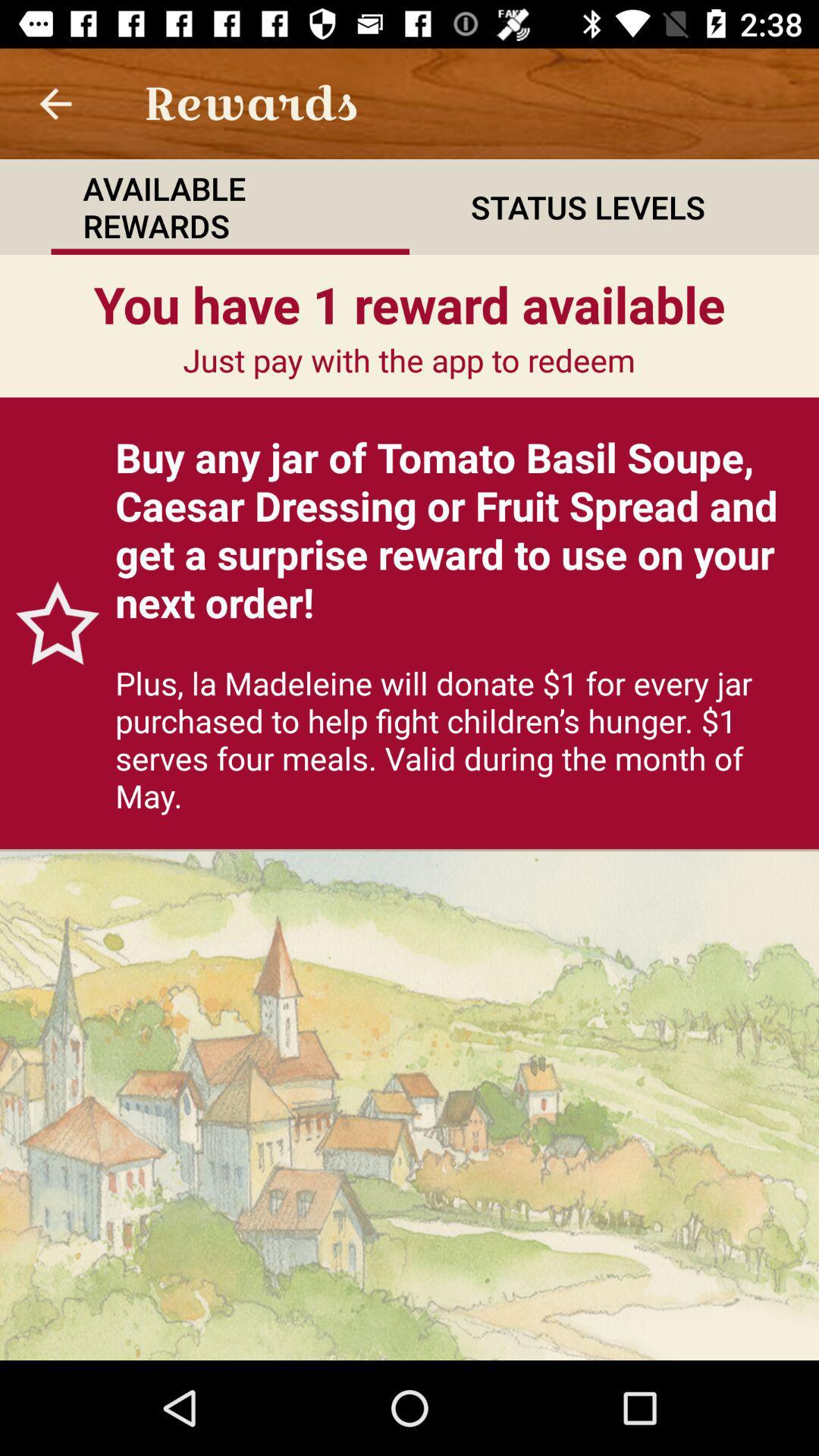  What do you see at coordinates (458, 529) in the screenshot?
I see `the buy any jar icon` at bounding box center [458, 529].